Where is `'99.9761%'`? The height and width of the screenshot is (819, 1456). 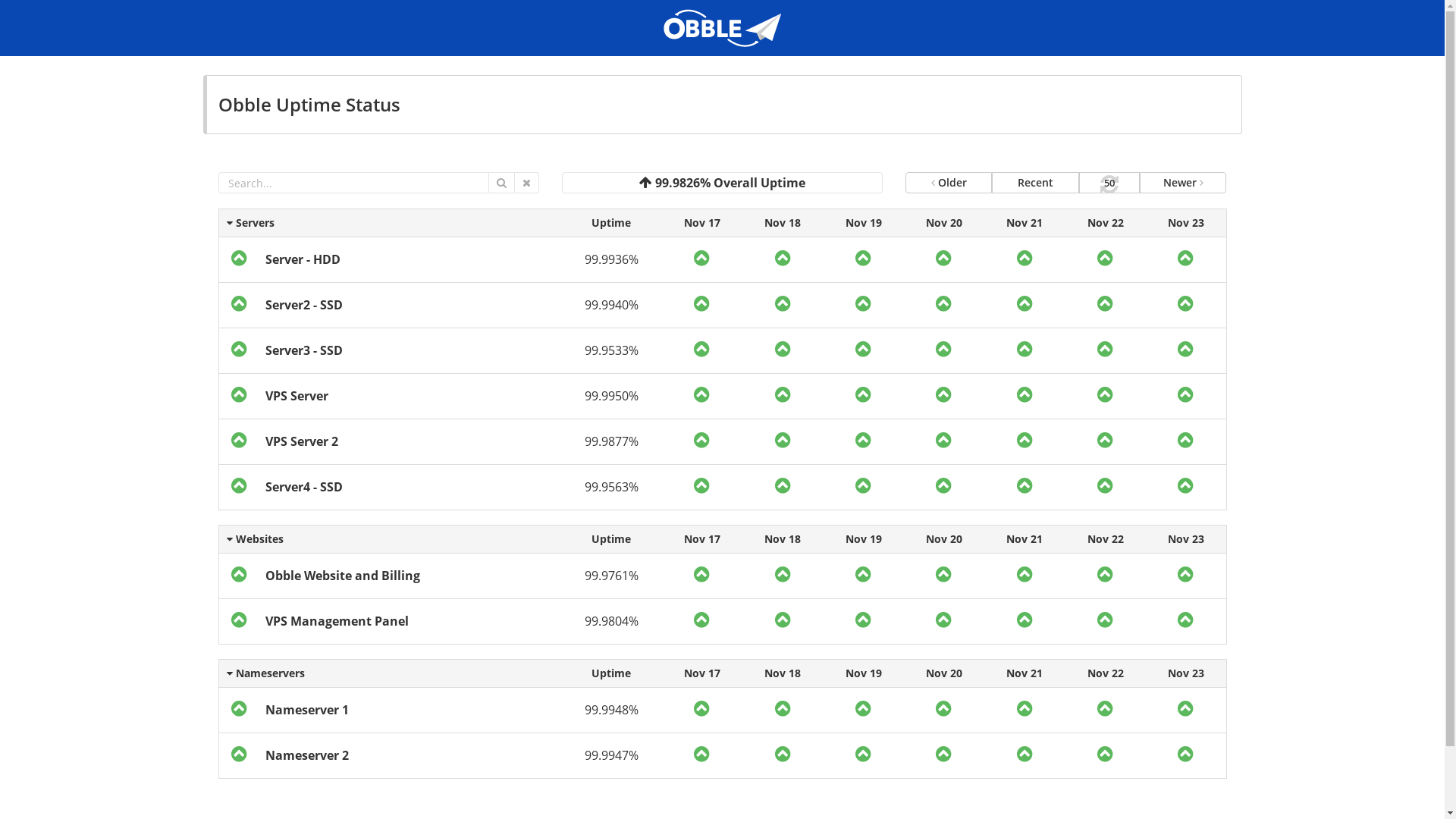 '99.9761%' is located at coordinates (611, 576).